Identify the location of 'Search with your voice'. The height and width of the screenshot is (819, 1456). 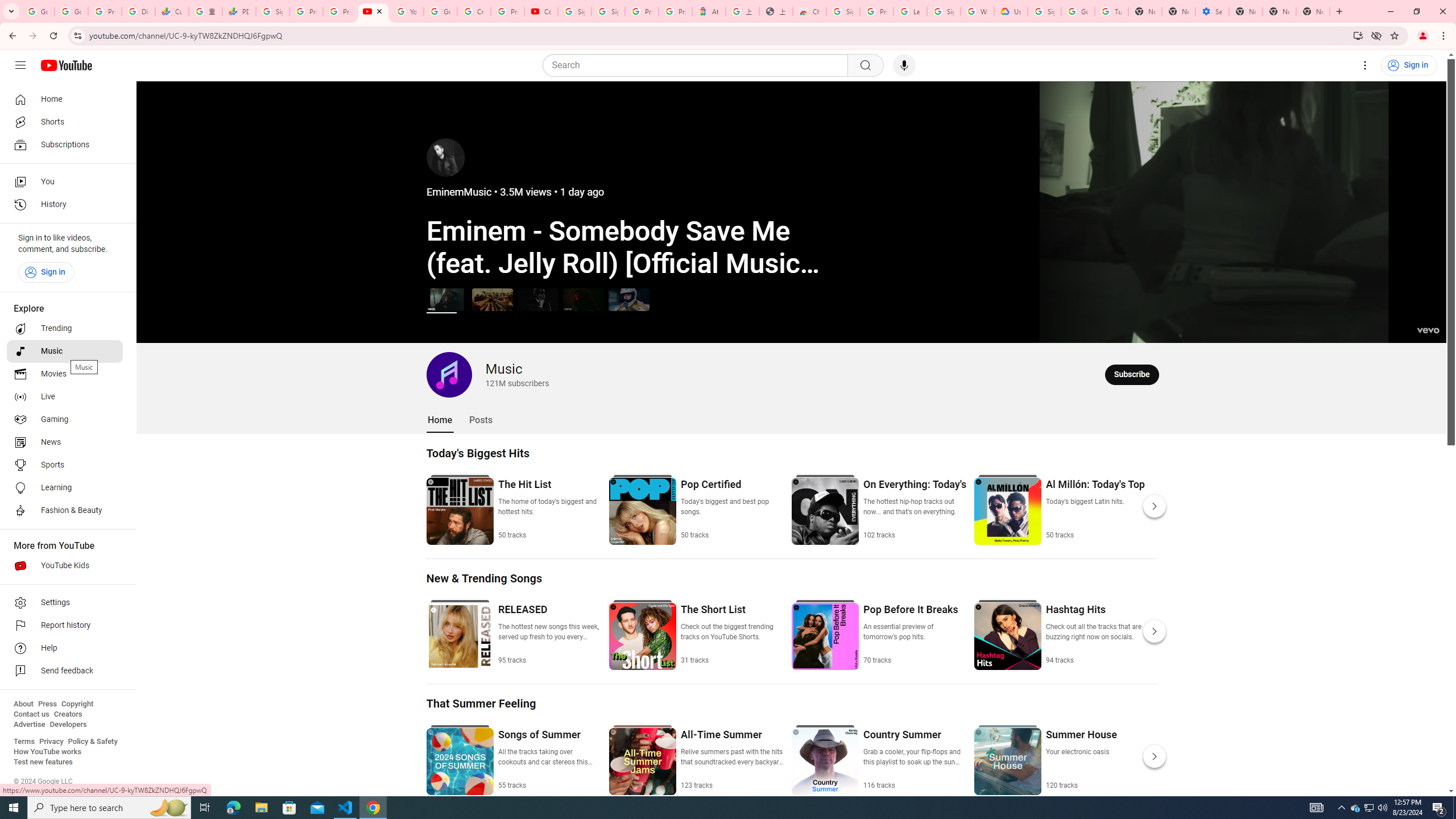
(904, 65).